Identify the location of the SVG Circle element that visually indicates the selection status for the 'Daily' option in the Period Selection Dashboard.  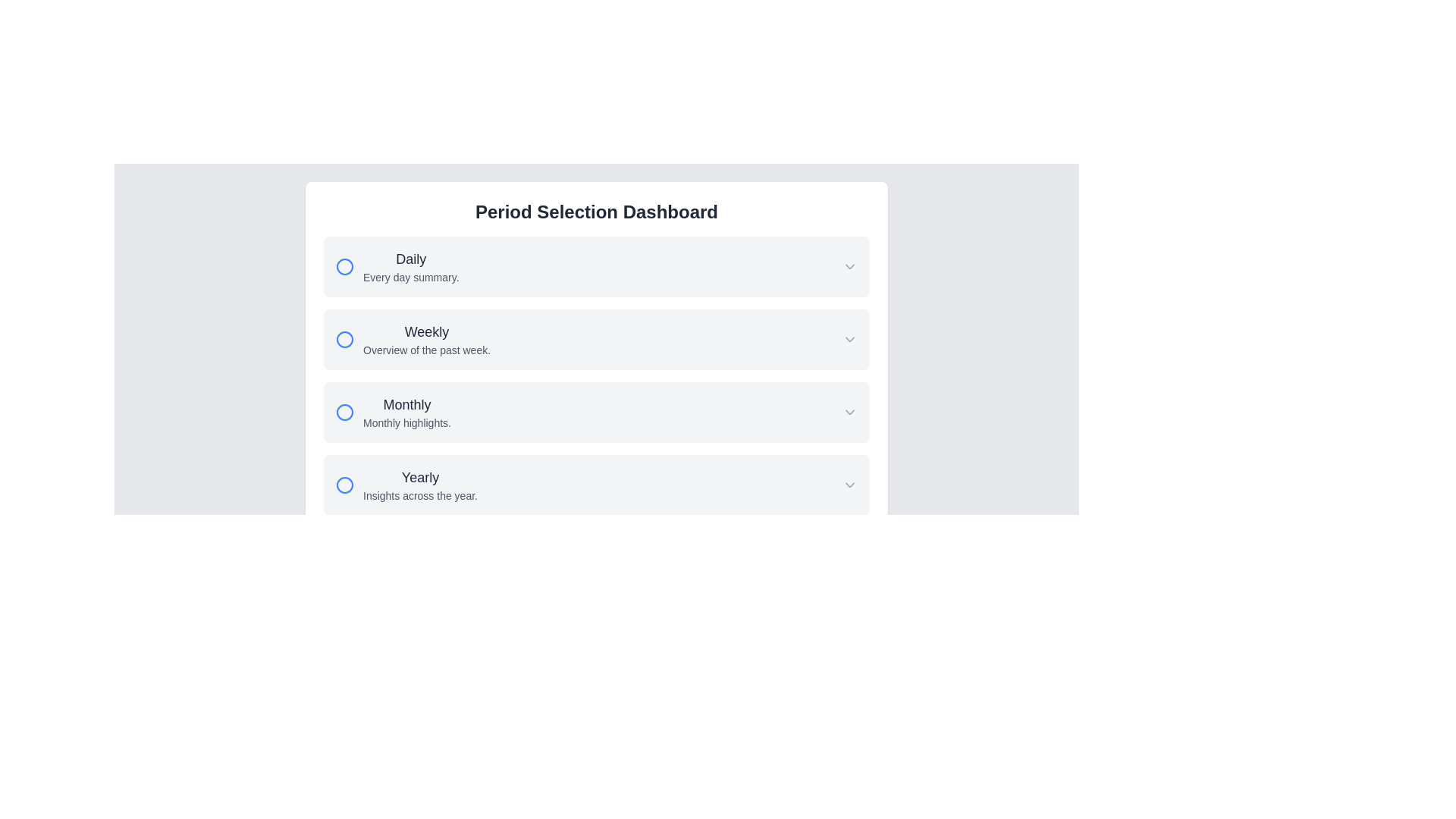
(344, 265).